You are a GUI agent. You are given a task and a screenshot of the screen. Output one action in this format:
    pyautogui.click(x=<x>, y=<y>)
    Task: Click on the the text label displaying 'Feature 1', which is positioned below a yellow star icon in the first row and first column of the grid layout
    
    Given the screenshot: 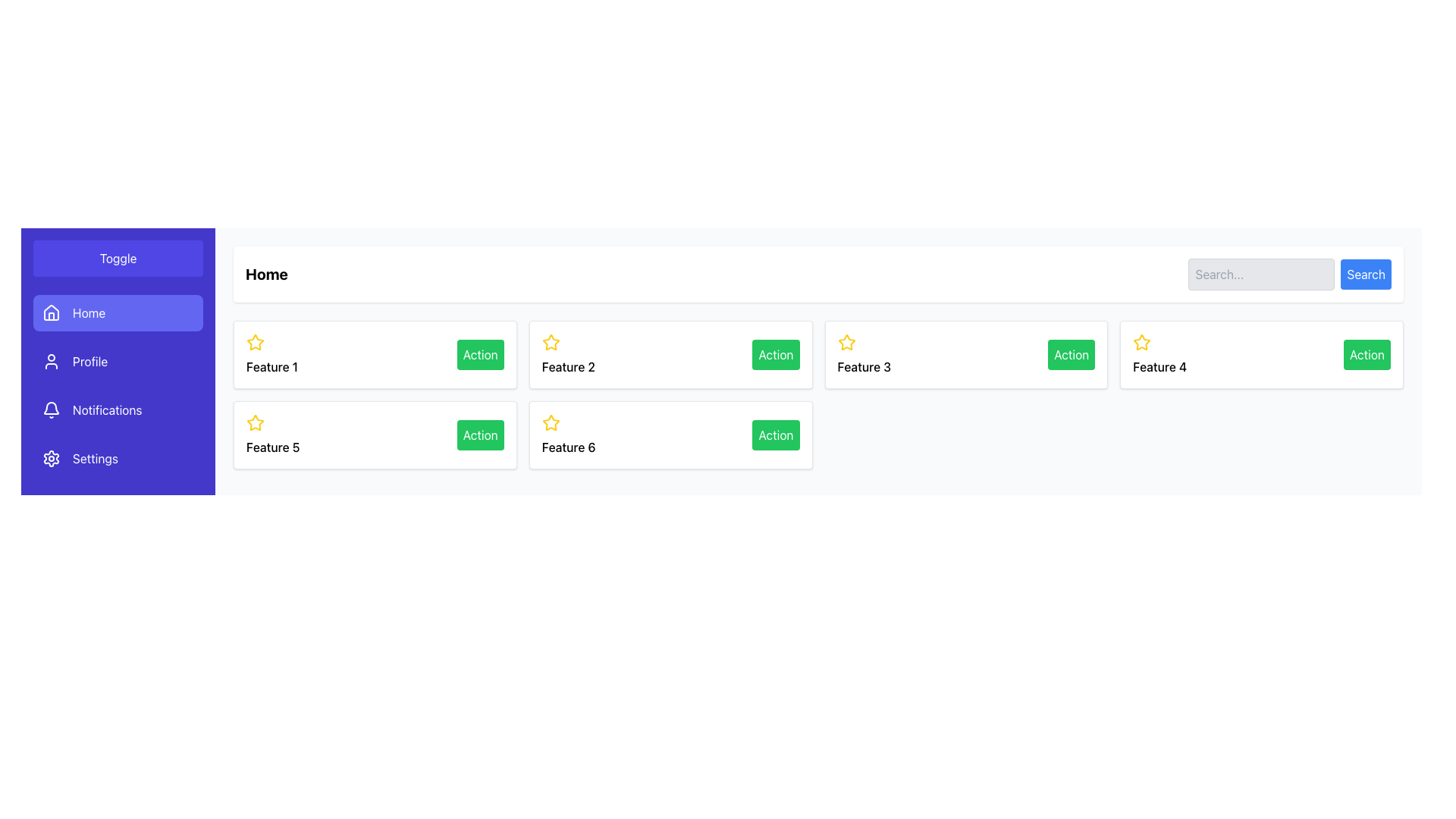 What is the action you would take?
    pyautogui.click(x=272, y=366)
    